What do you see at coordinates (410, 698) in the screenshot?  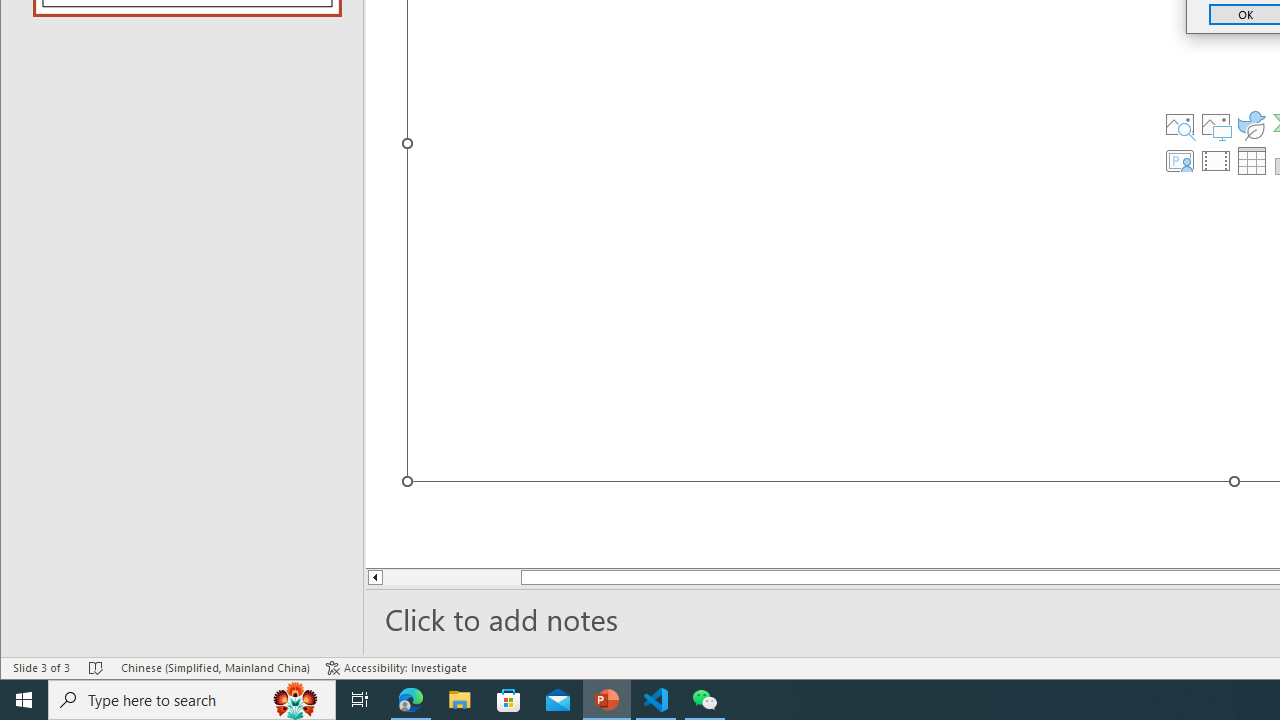 I see `'Microsoft Edge - 1 running window'` at bounding box center [410, 698].